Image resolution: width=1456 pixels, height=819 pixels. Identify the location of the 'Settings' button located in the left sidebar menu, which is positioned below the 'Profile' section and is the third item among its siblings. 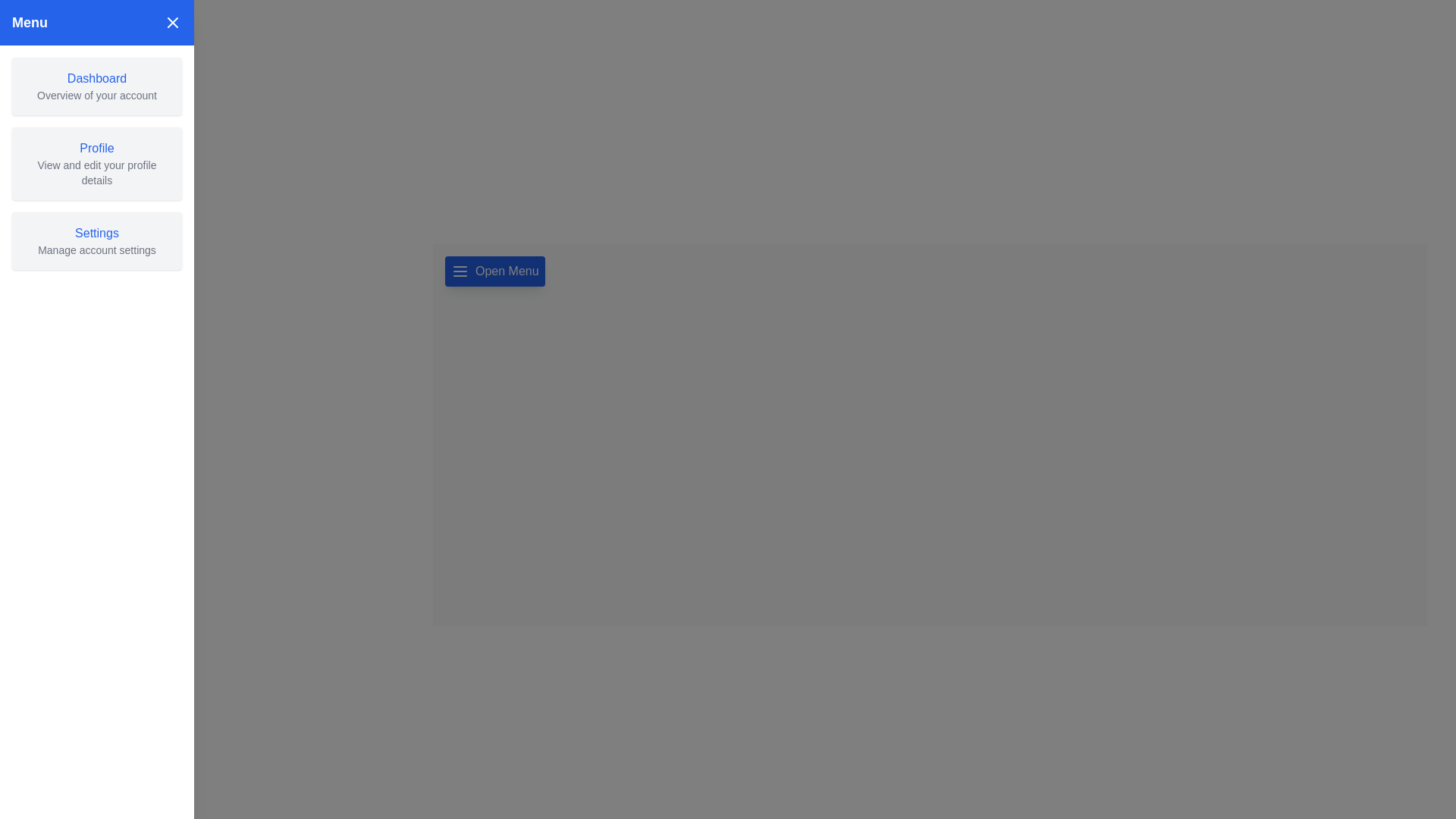
(96, 240).